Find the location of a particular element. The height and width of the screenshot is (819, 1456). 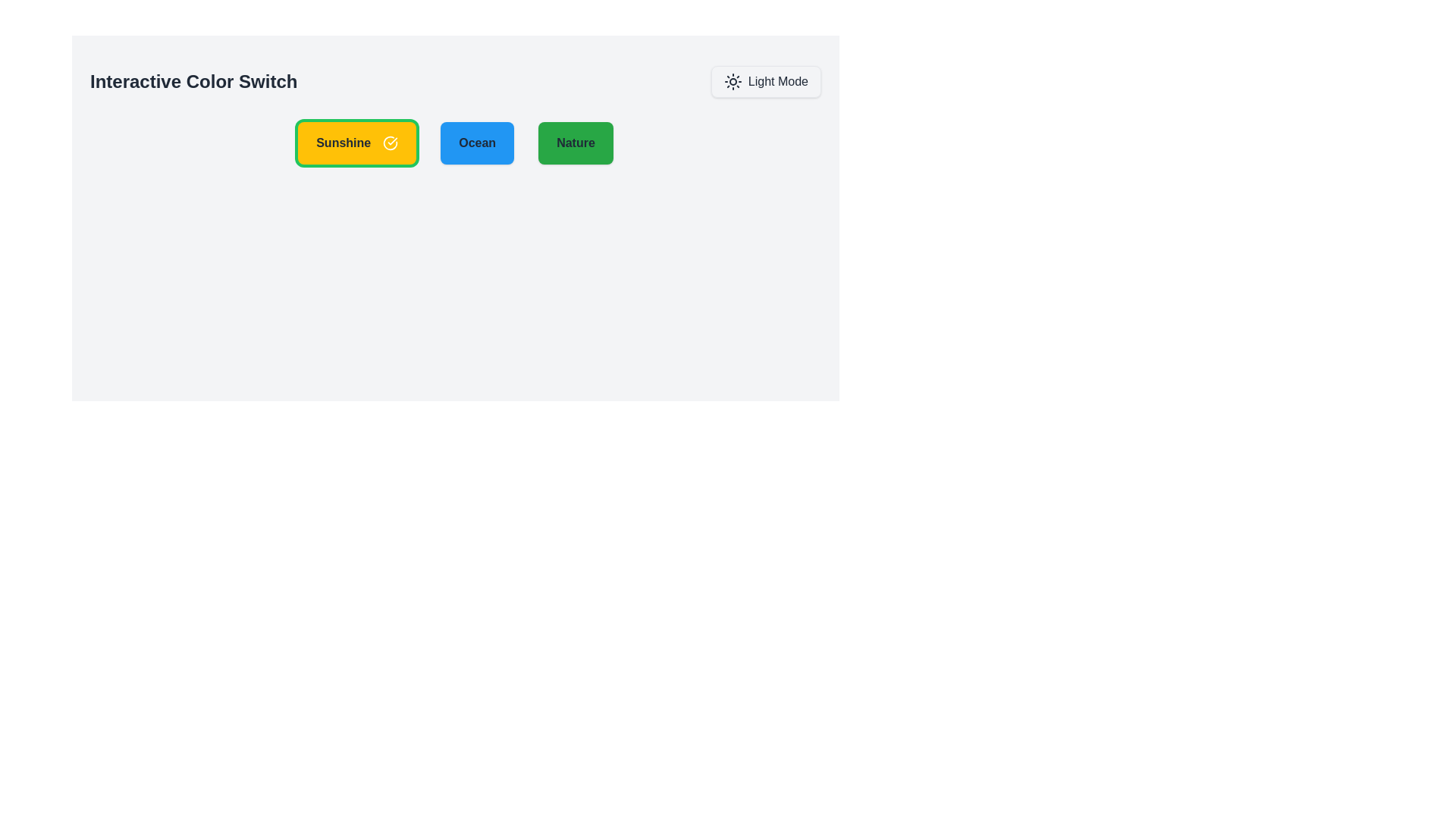

the button labeled 'Ocean', which has a vibrant blue background and is positioned between the 'Sunshine' and 'Nature' buttons is located at coordinates (476, 143).